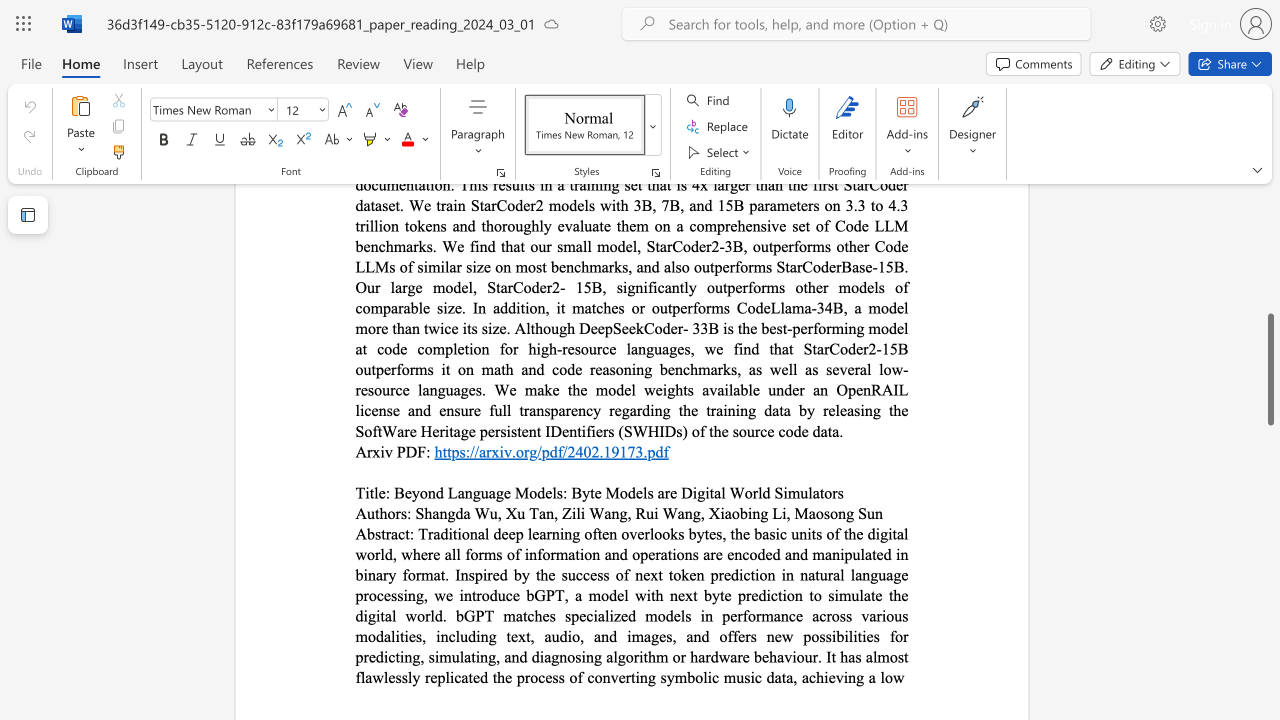  Describe the element at coordinates (438, 512) in the screenshot. I see `the subset text "ngda" within the text "Shangda Wu,"` at that location.